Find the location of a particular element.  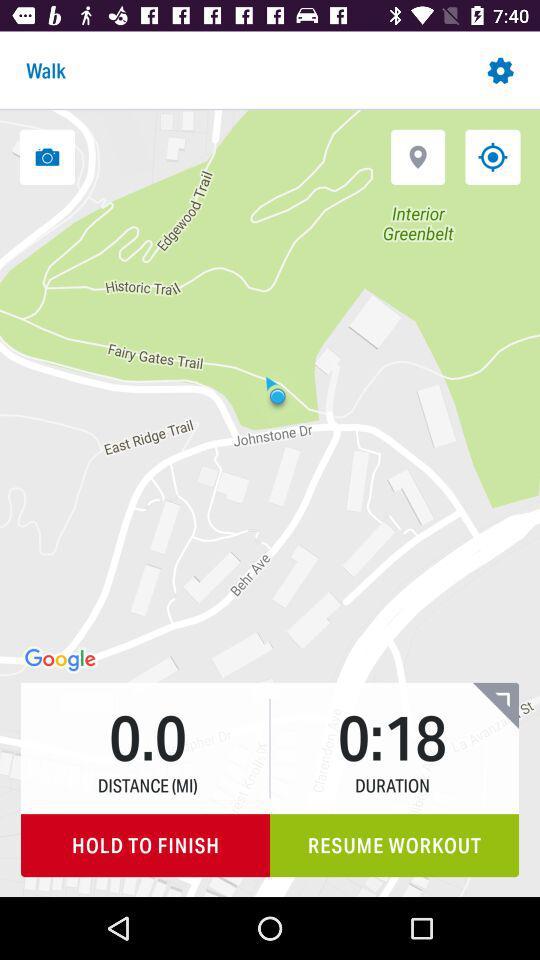

google is located at coordinates (61, 659).